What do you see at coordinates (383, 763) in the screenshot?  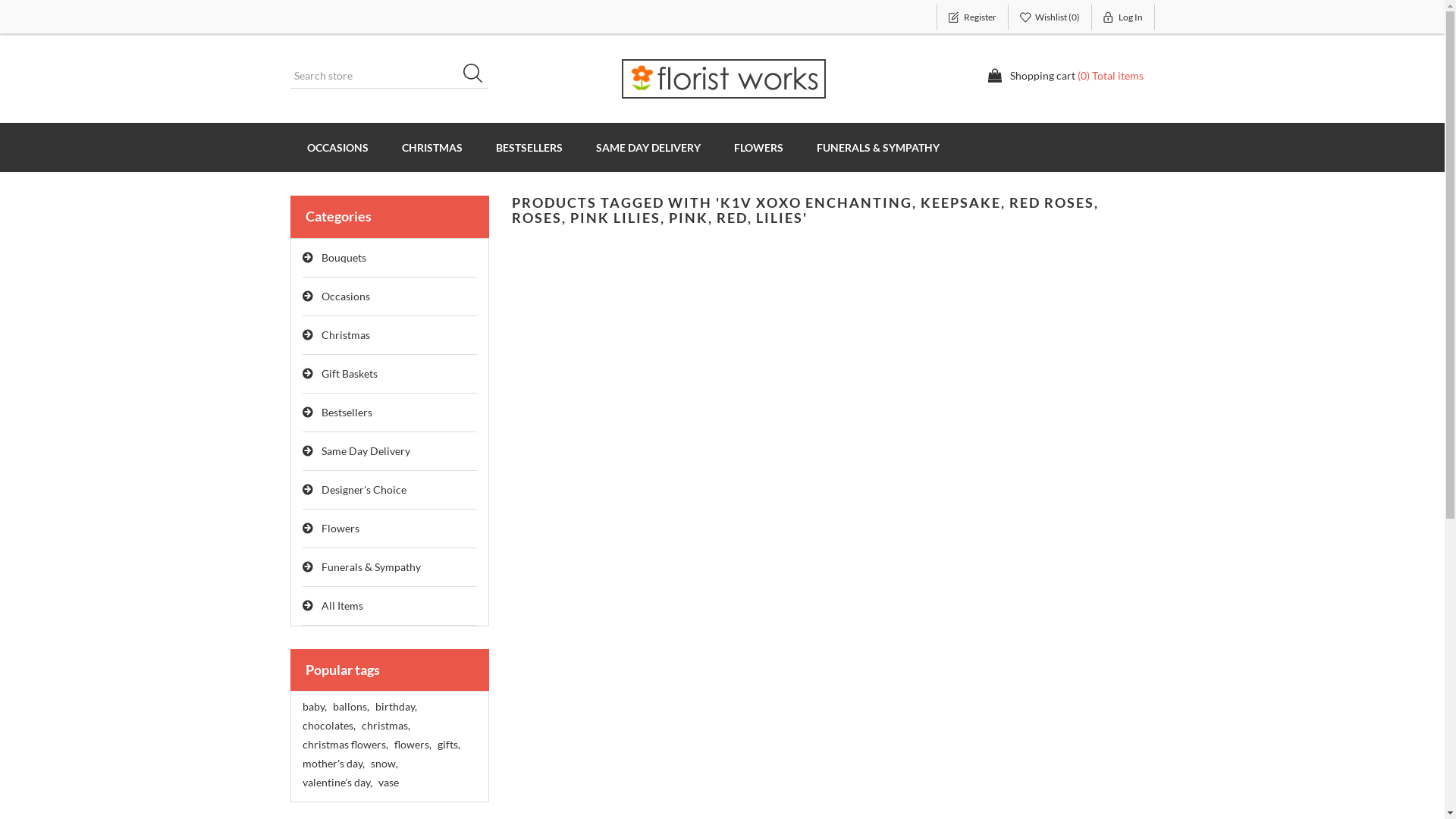 I see `'snow,'` at bounding box center [383, 763].